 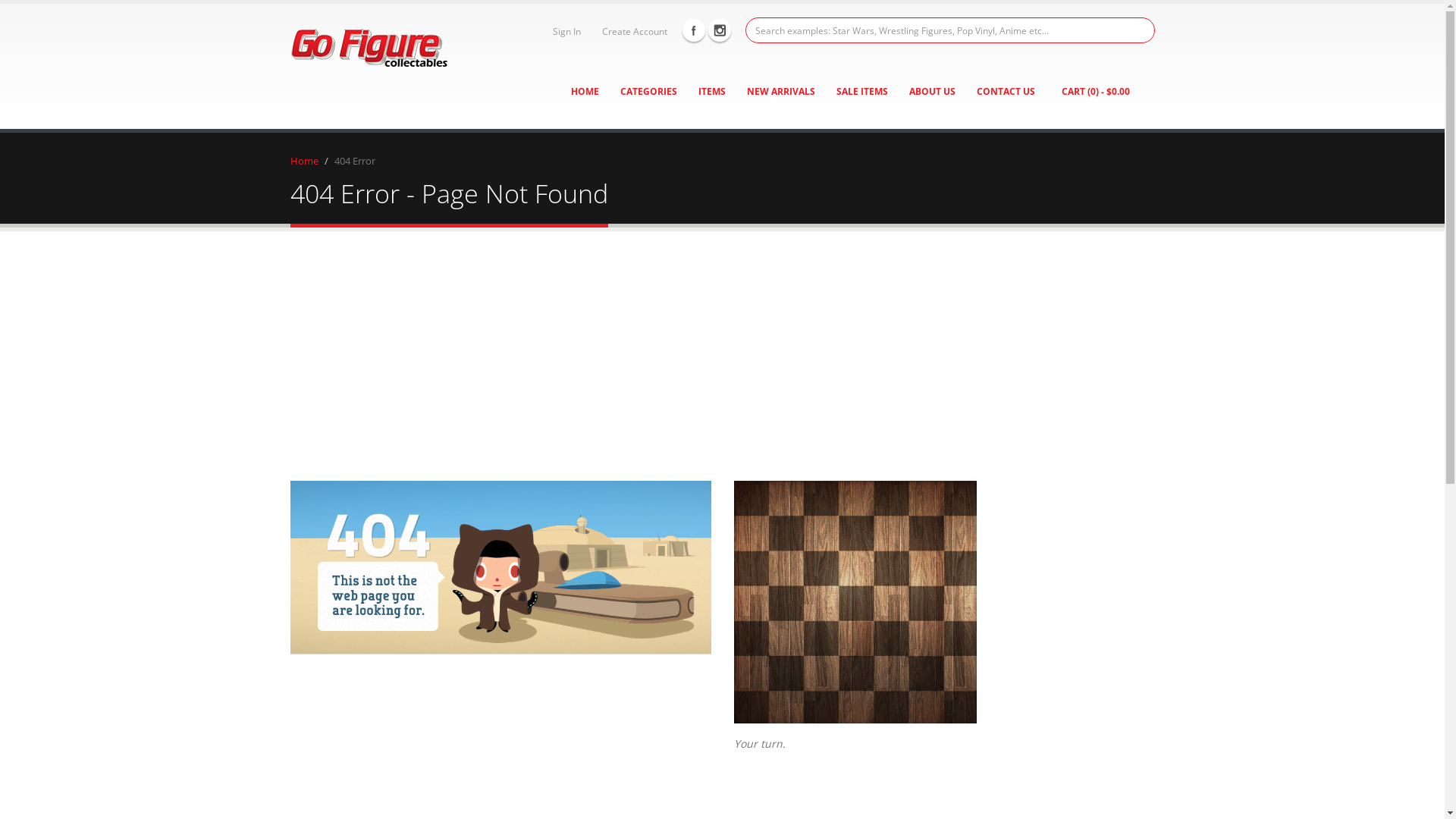 What do you see at coordinates (781, 91) in the screenshot?
I see `'NEW ARRIVALS'` at bounding box center [781, 91].